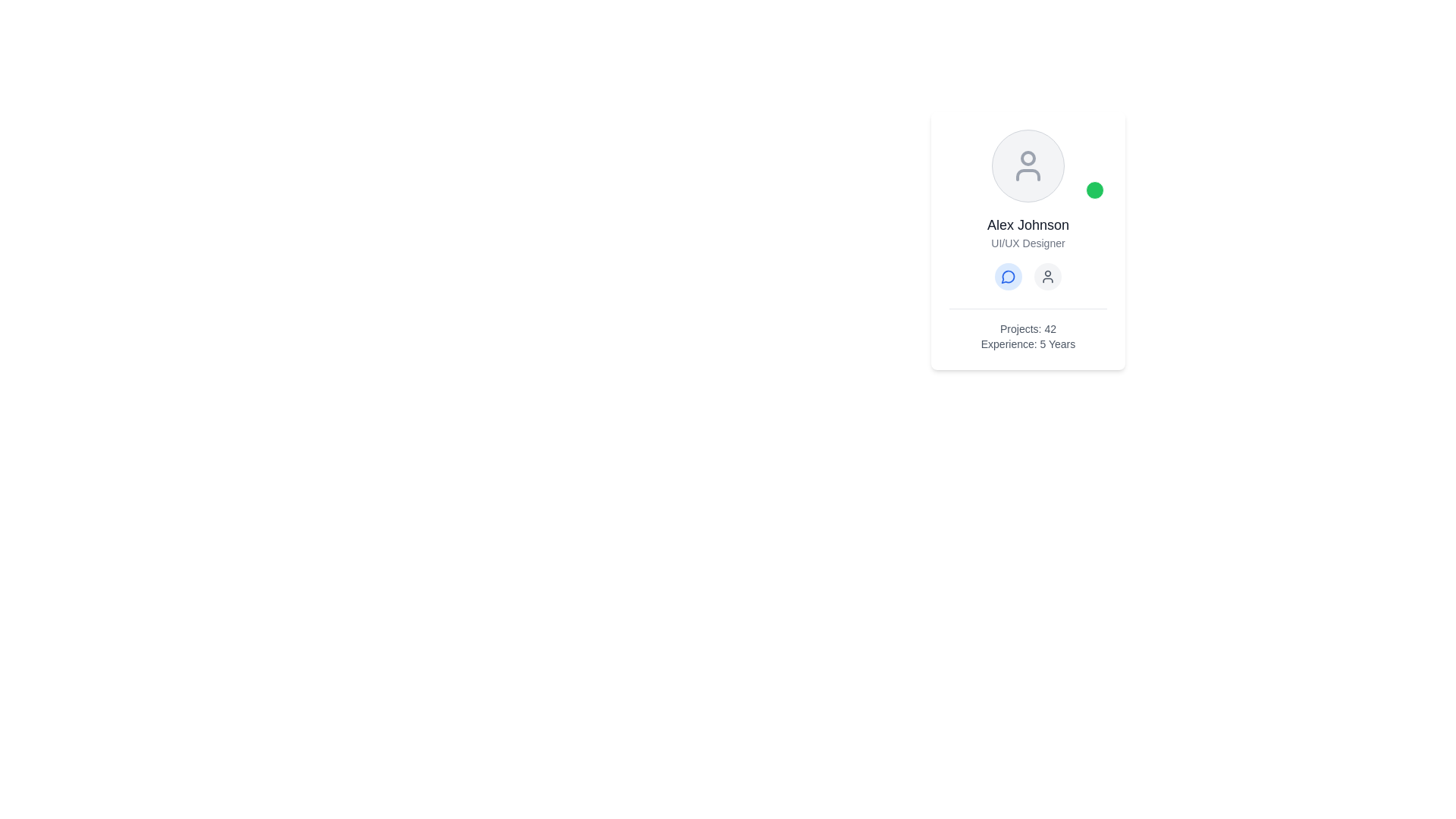  What do you see at coordinates (1028, 166) in the screenshot?
I see `the Profile Placeholder circular element with a user icon, located at the top of the card above the text 'Alex Johnson'` at bounding box center [1028, 166].